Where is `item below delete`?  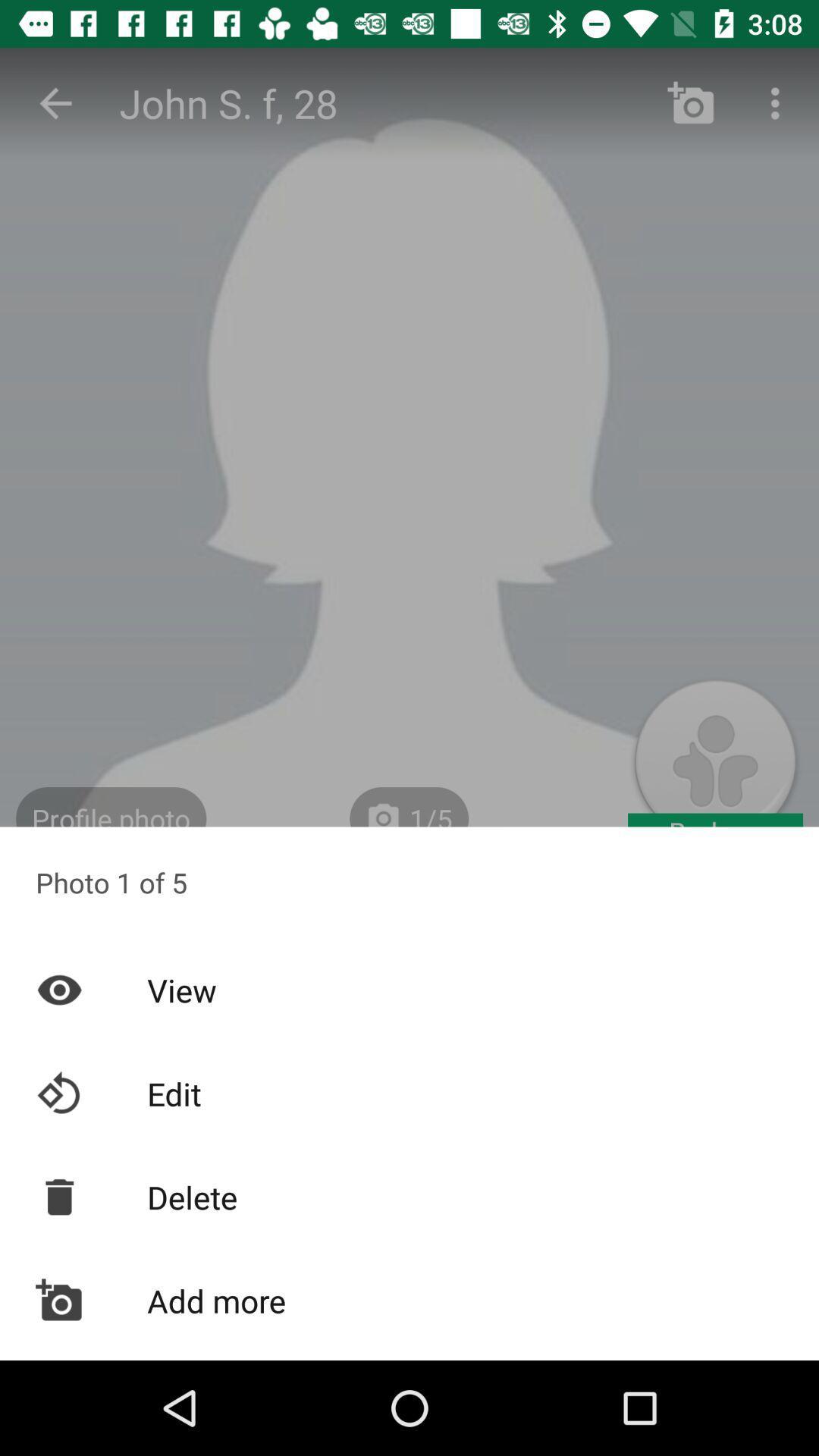
item below delete is located at coordinates (409, 1300).